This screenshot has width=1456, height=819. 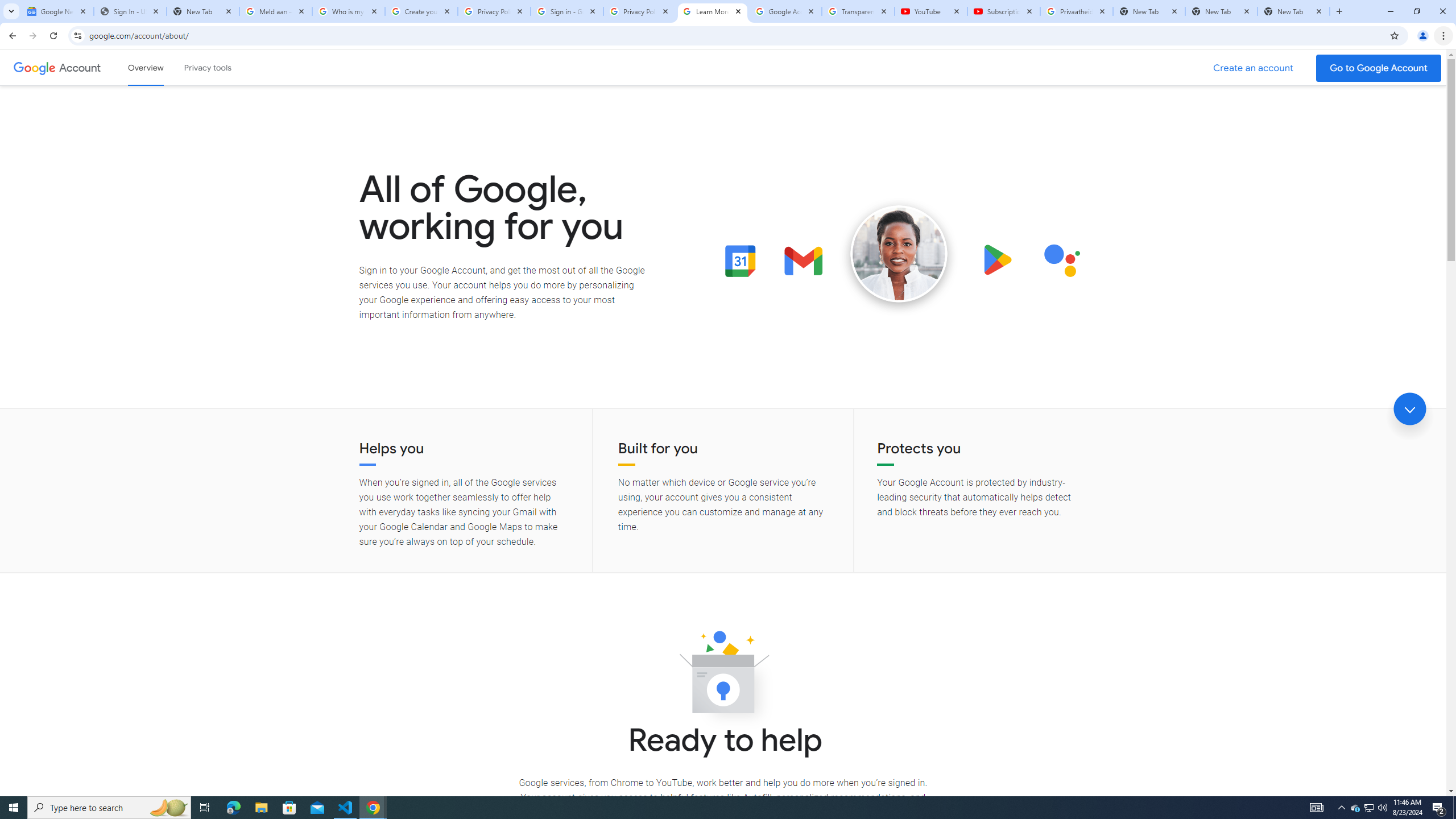 What do you see at coordinates (421, 11) in the screenshot?
I see `'Create your Google Account'` at bounding box center [421, 11].